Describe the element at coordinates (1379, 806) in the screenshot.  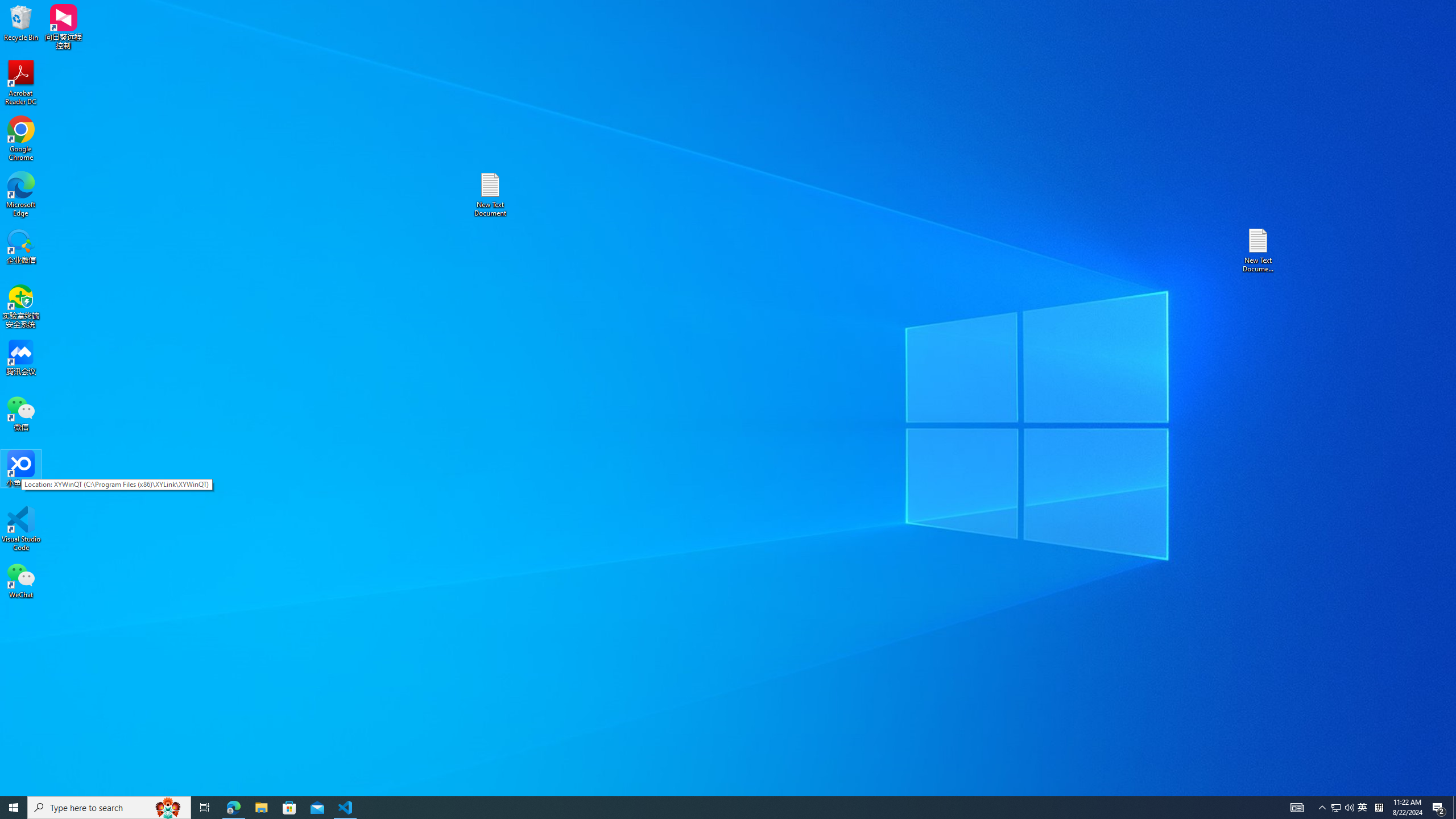
I see `'Tray Input Indicator - Chinese (Simplified, China)'` at that location.